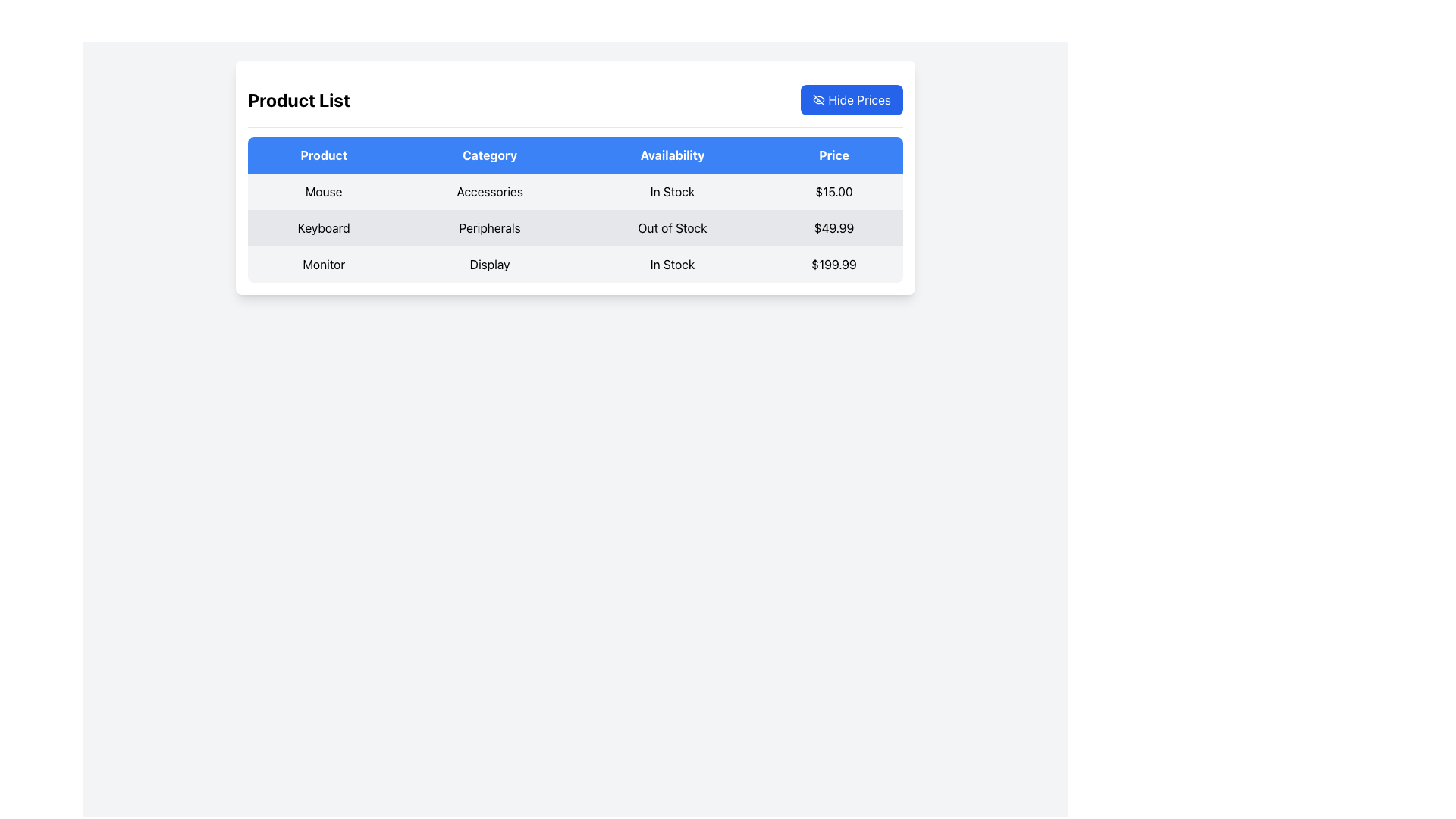 The width and height of the screenshot is (1456, 819). What do you see at coordinates (323, 263) in the screenshot?
I see `the text label displaying 'Monitor', which is positioned in the first cell of the leftmost column in a table layout` at bounding box center [323, 263].